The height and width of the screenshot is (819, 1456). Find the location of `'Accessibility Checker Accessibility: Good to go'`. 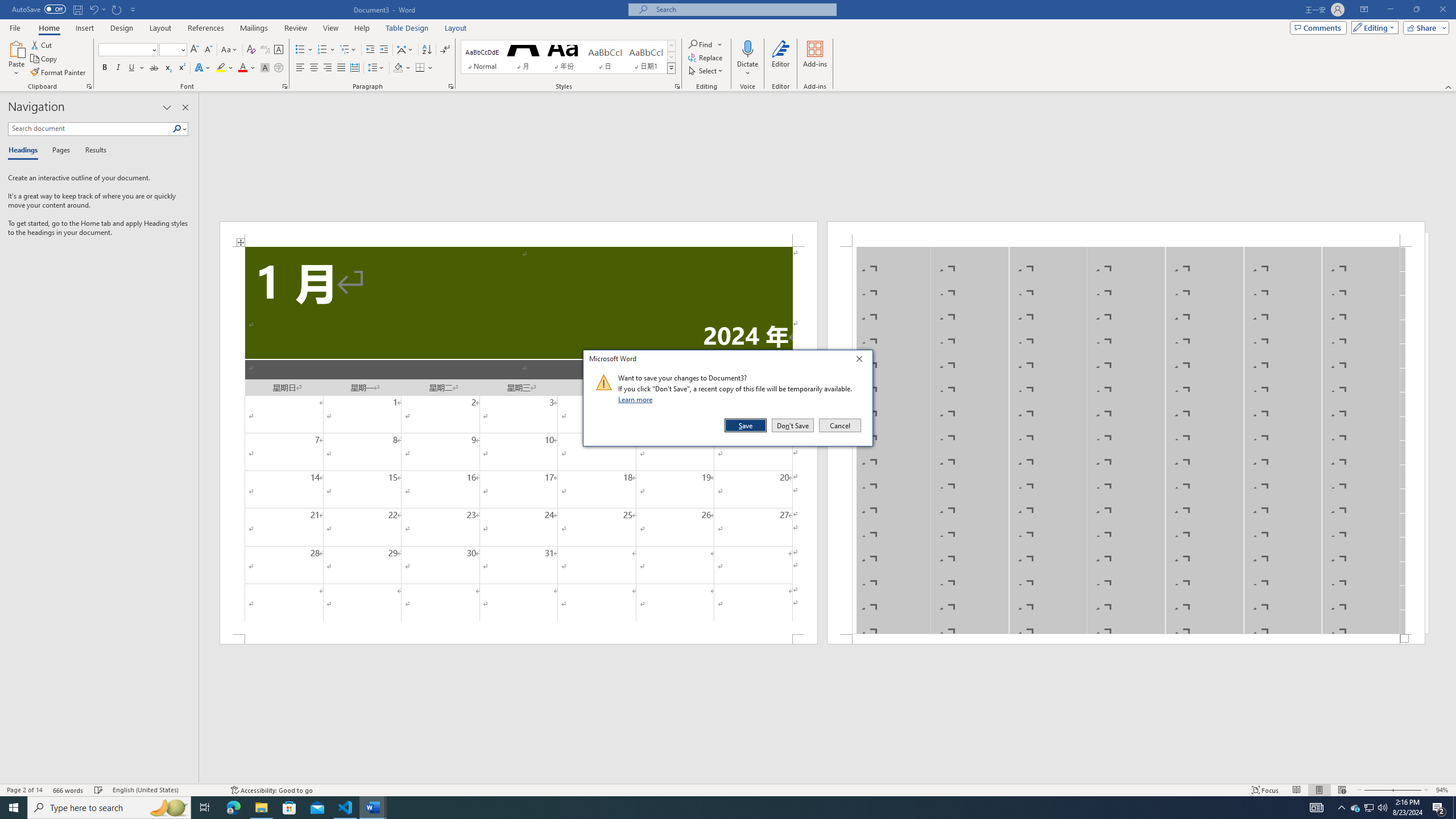

'Accessibility Checker Accessibility: Good to go' is located at coordinates (271, 790).